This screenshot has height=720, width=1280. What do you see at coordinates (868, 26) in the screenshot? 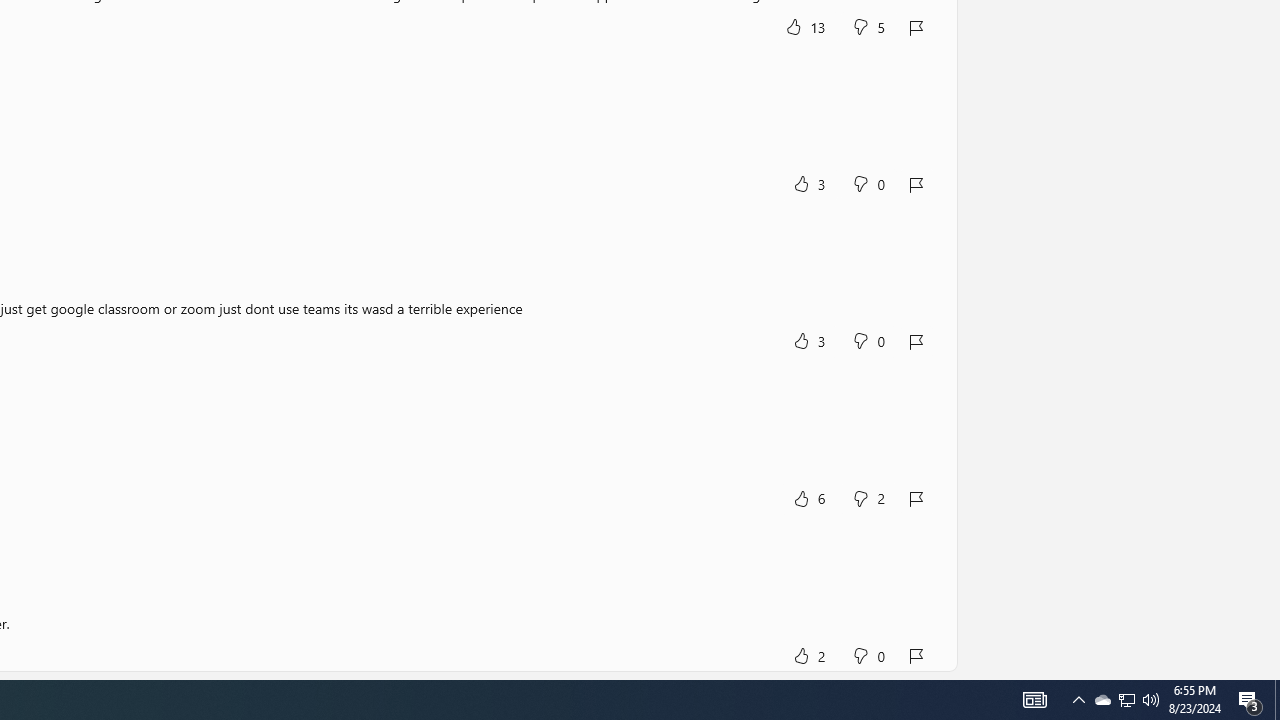
I see `'No, this was not helpful. 5 votes.'` at bounding box center [868, 26].